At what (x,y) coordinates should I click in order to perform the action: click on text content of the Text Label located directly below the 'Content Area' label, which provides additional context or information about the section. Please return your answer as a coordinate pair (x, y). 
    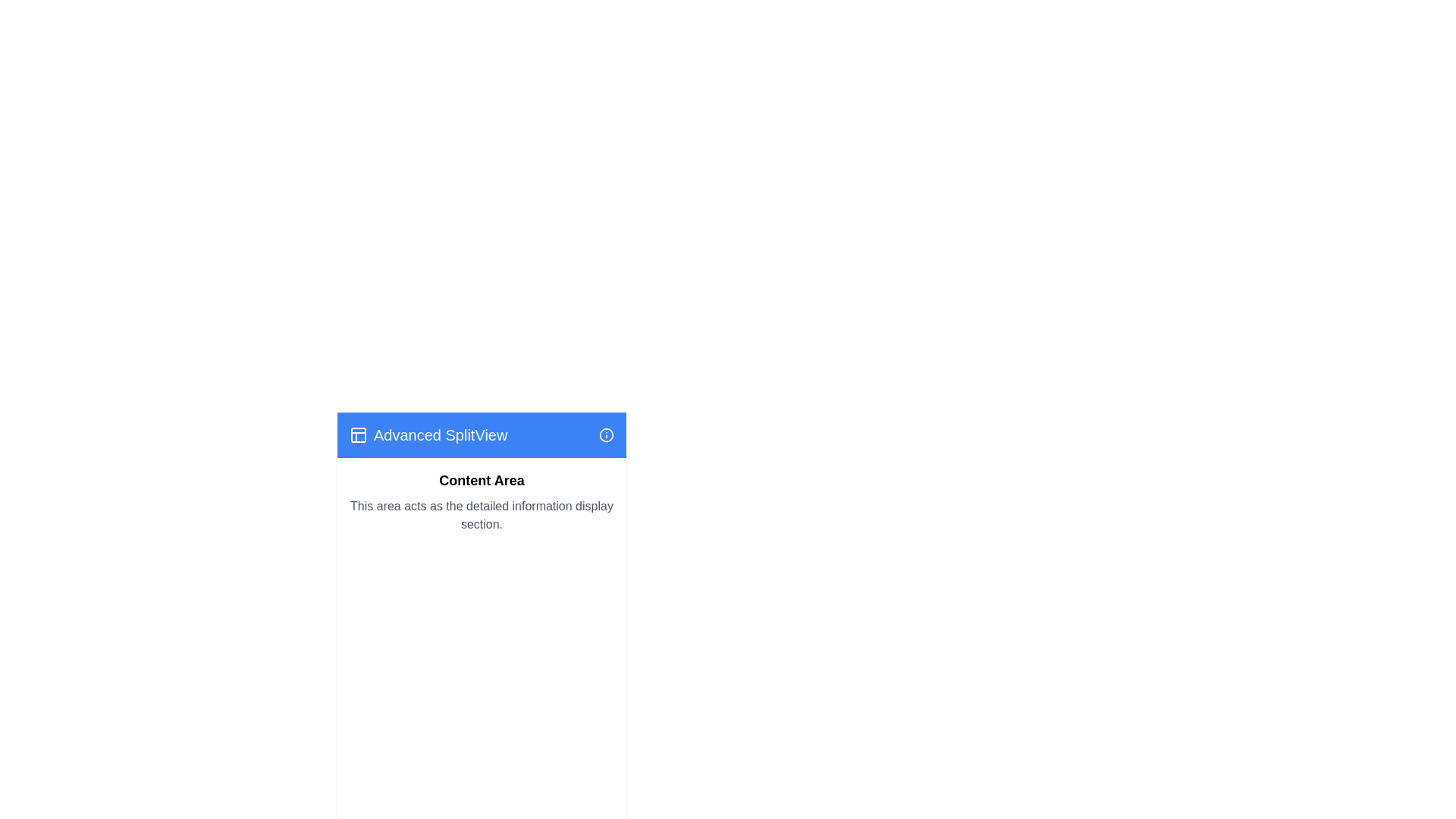
    Looking at the image, I should click on (481, 514).